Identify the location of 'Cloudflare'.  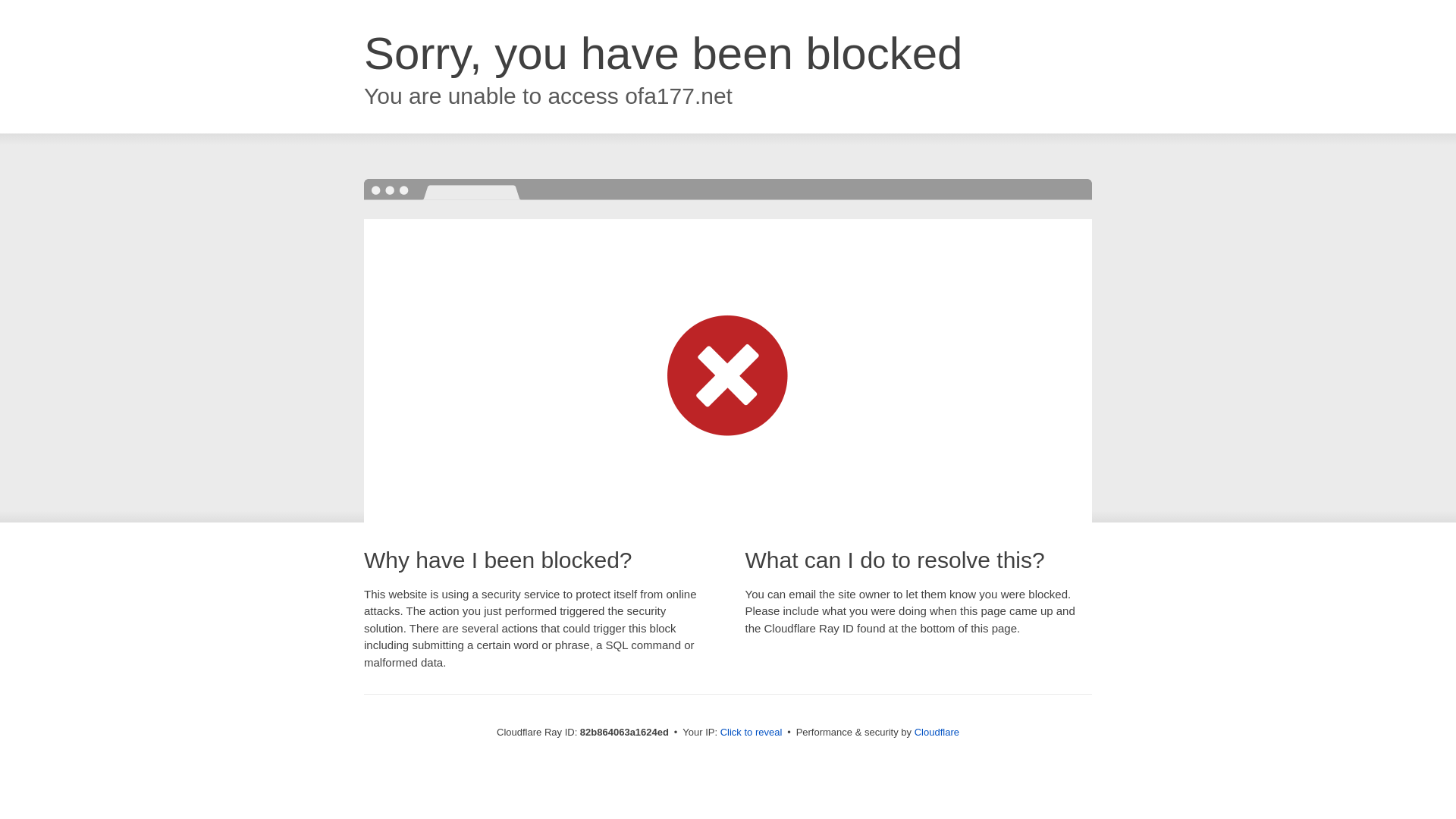
(936, 731).